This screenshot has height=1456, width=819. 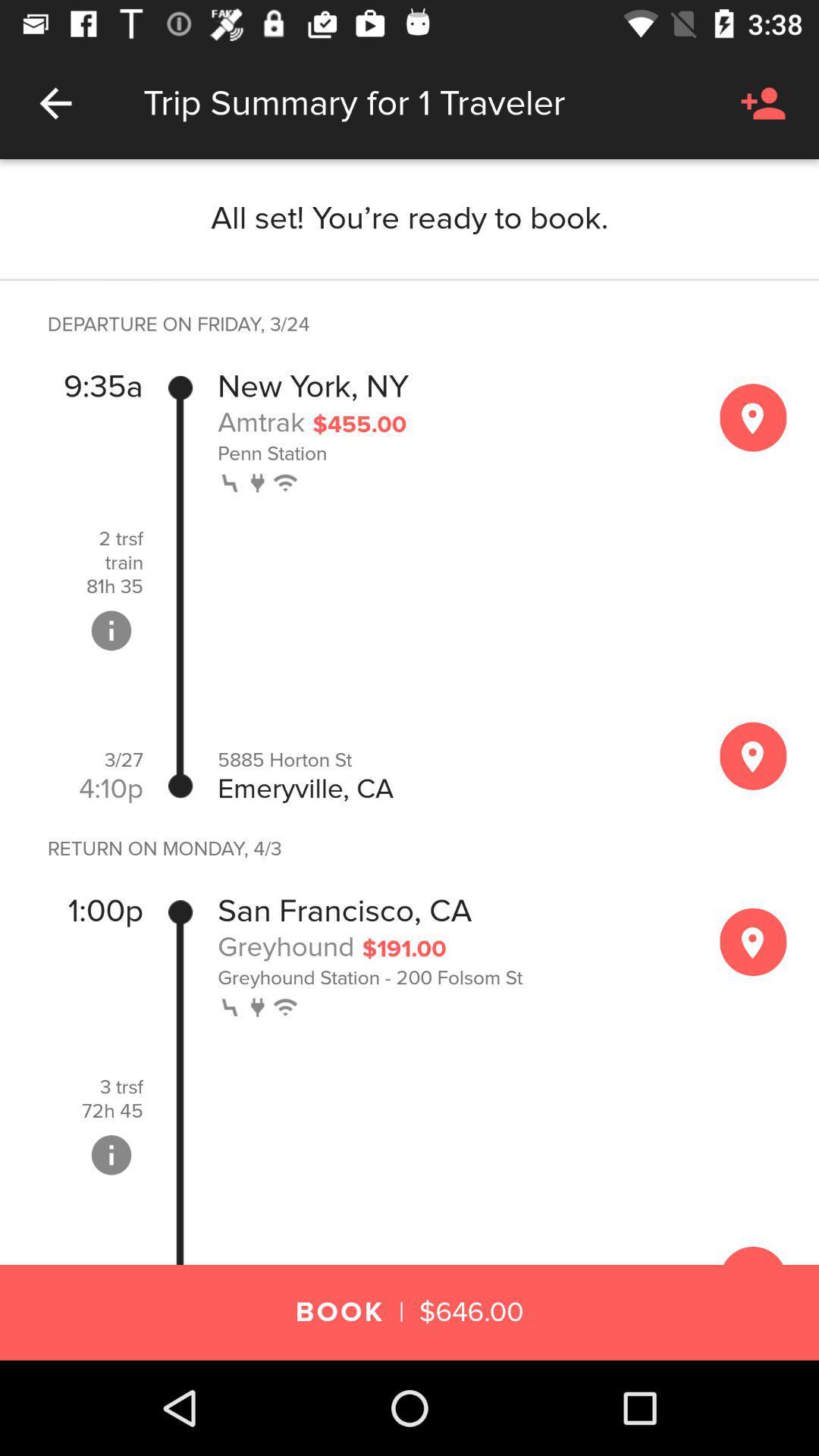 What do you see at coordinates (110, 630) in the screenshot?
I see `information` at bounding box center [110, 630].